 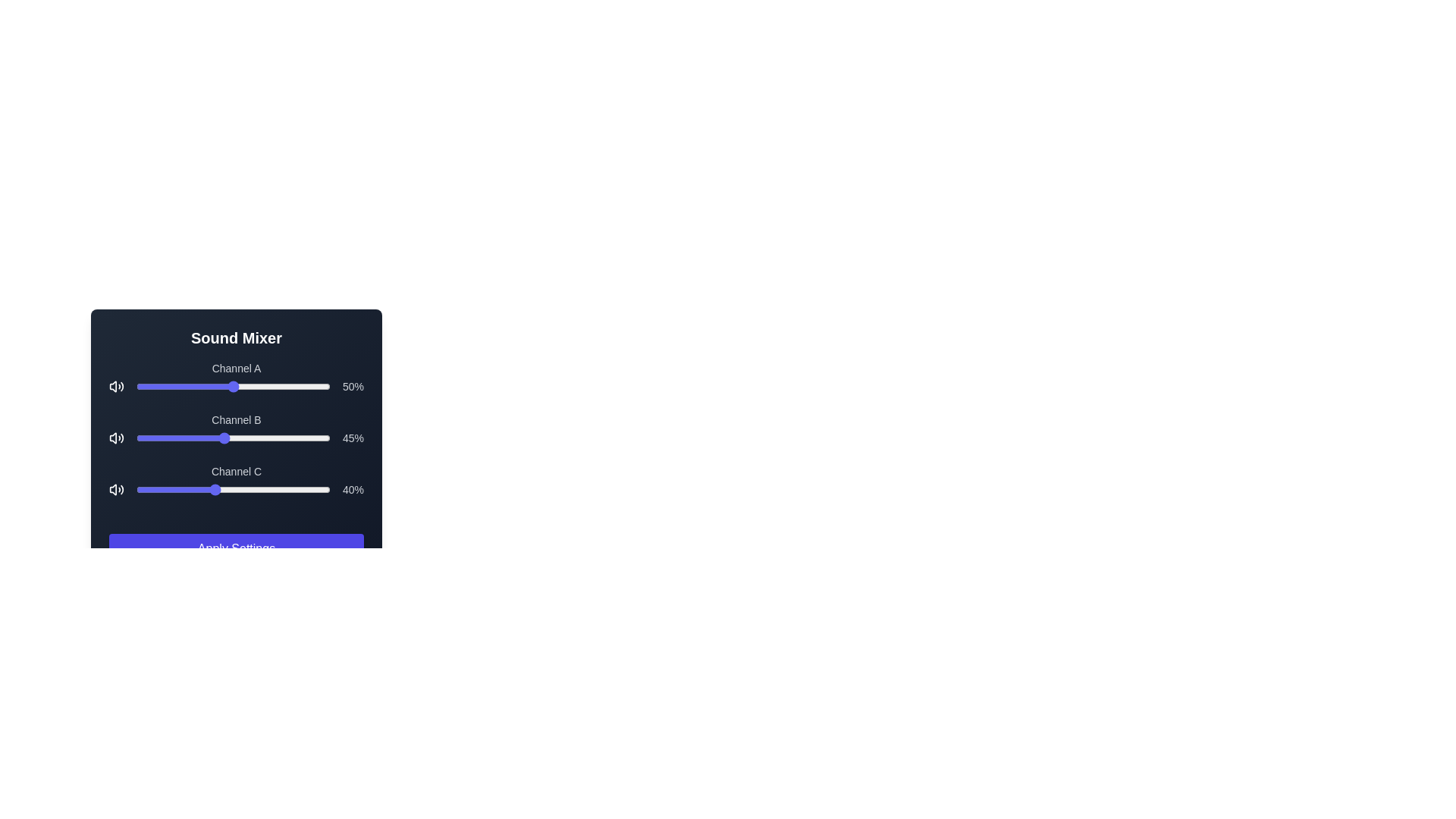 I want to click on the Static Label that serves as the title for the sound mixer configuration interface, located at the top of the panel above the 'Channel A' label and sliders, so click(x=236, y=337).